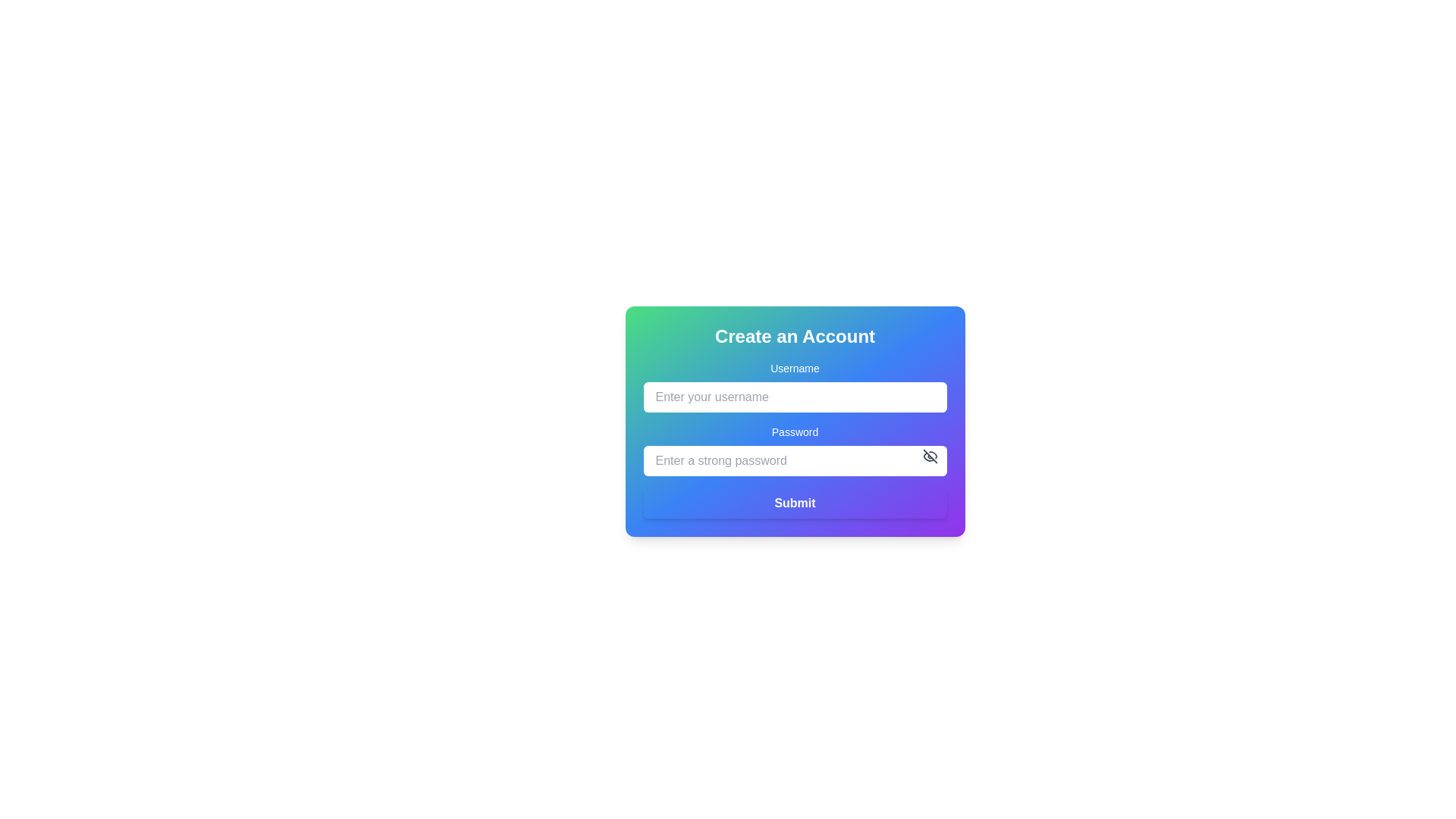  Describe the element at coordinates (794, 385) in the screenshot. I see `the 'Username' text input field, which is the first input box below the 'Create an Account' heading, to focus it` at that location.